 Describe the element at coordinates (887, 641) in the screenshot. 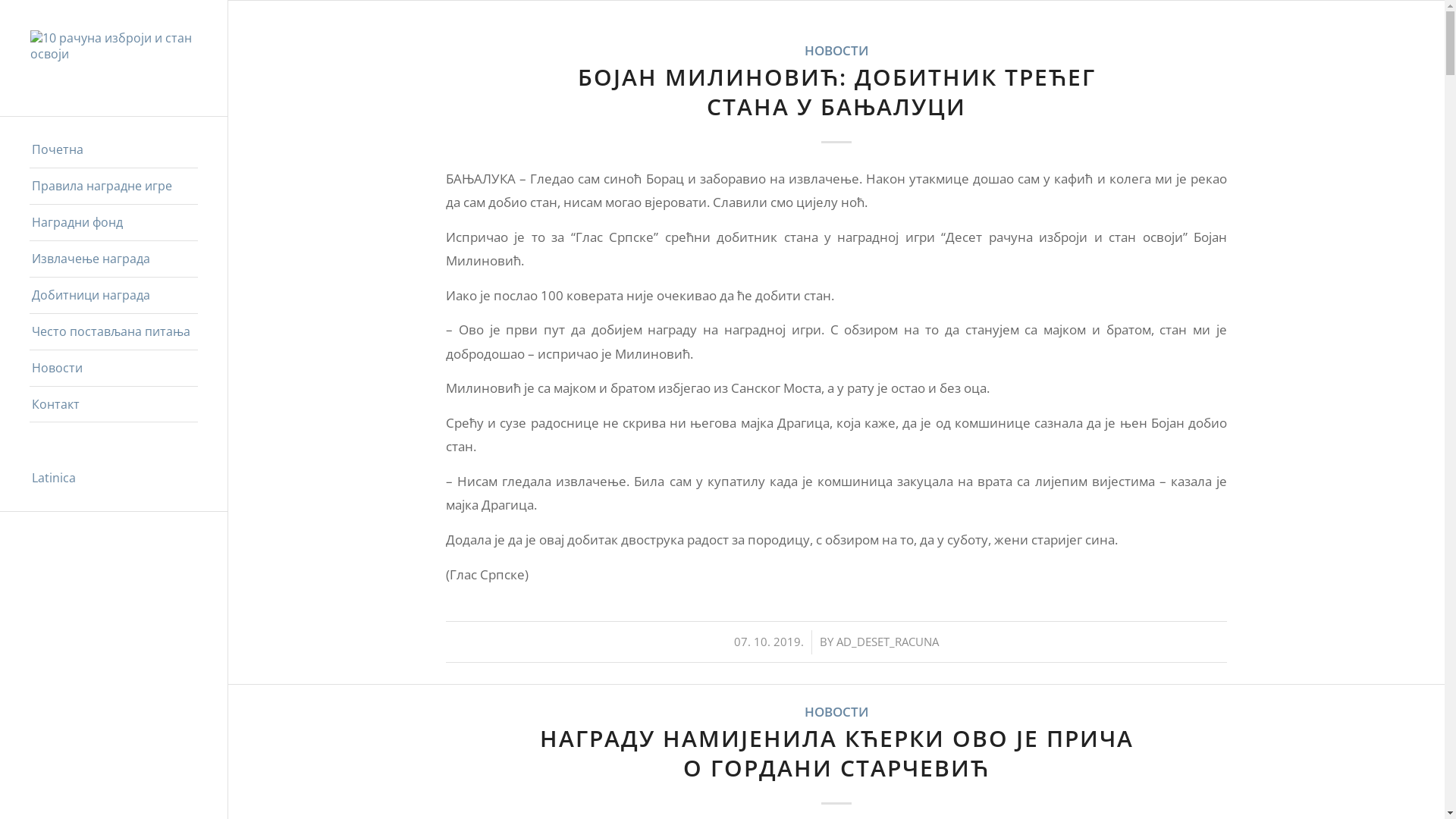

I see `'AD_DESET_RACUNA'` at that location.